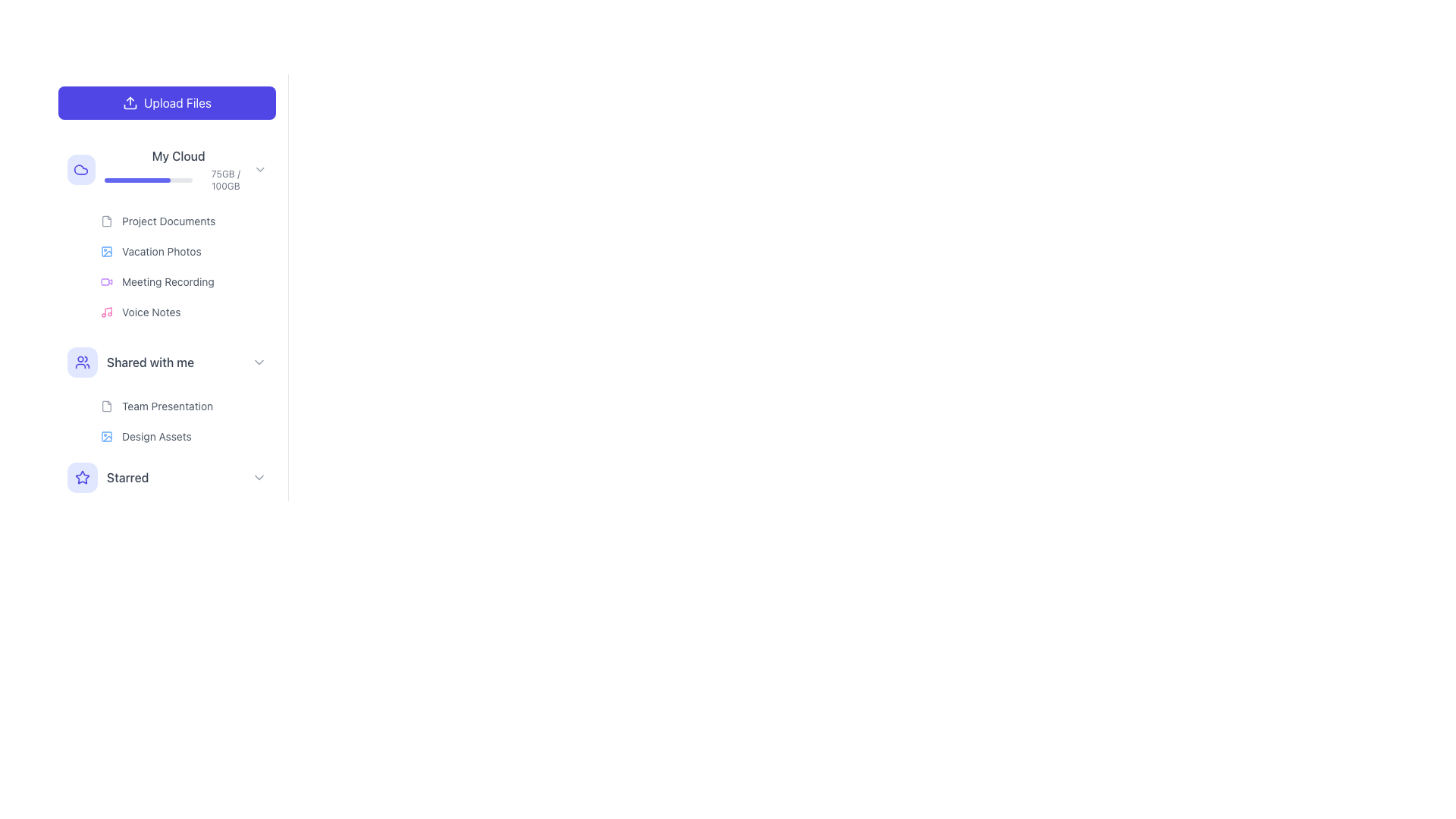  Describe the element at coordinates (167, 102) in the screenshot. I see `the file upload button located at the top of the sidebar menu` at that location.